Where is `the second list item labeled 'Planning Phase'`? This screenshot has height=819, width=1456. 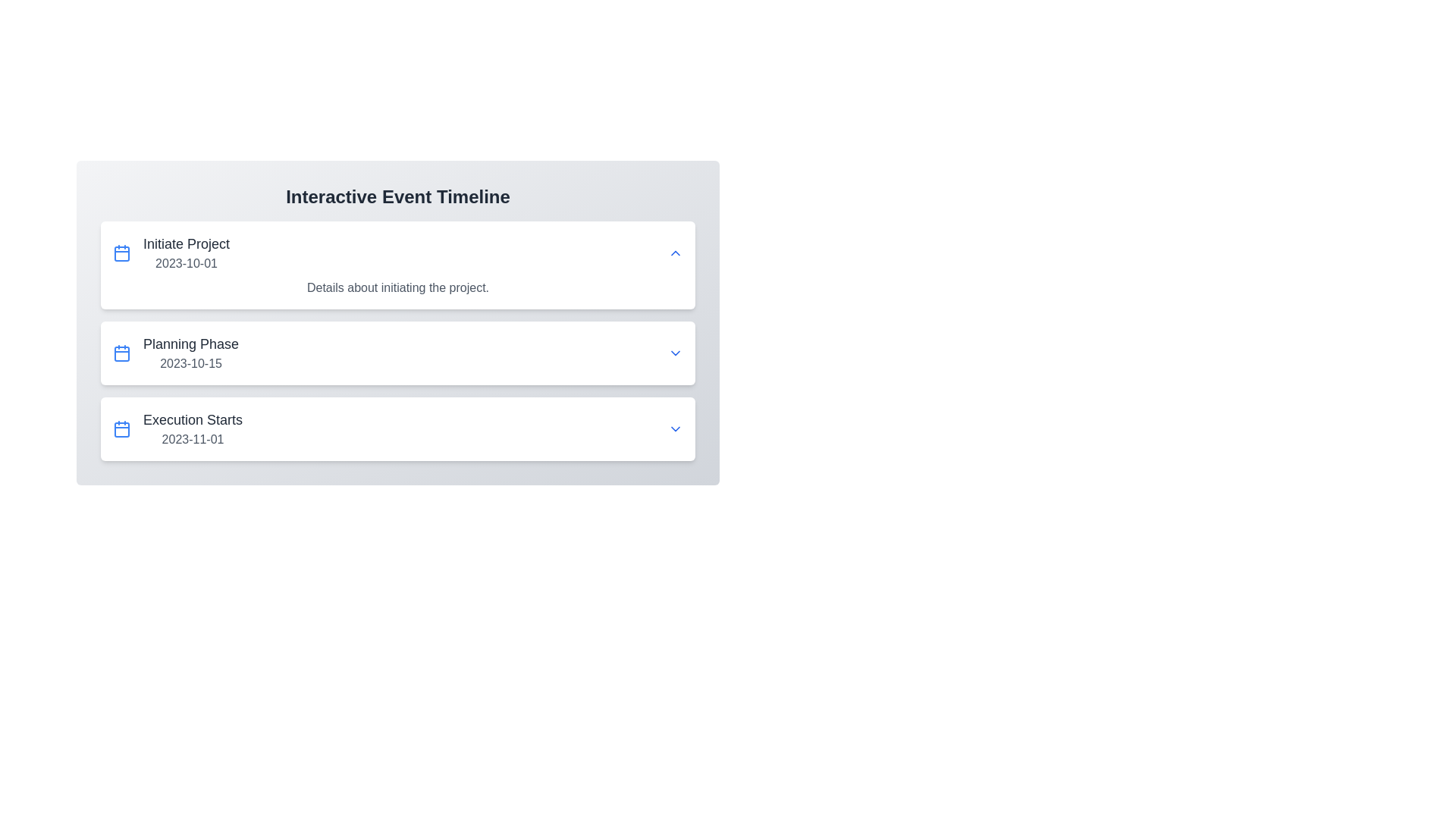
the second list item labeled 'Planning Phase' is located at coordinates (397, 353).